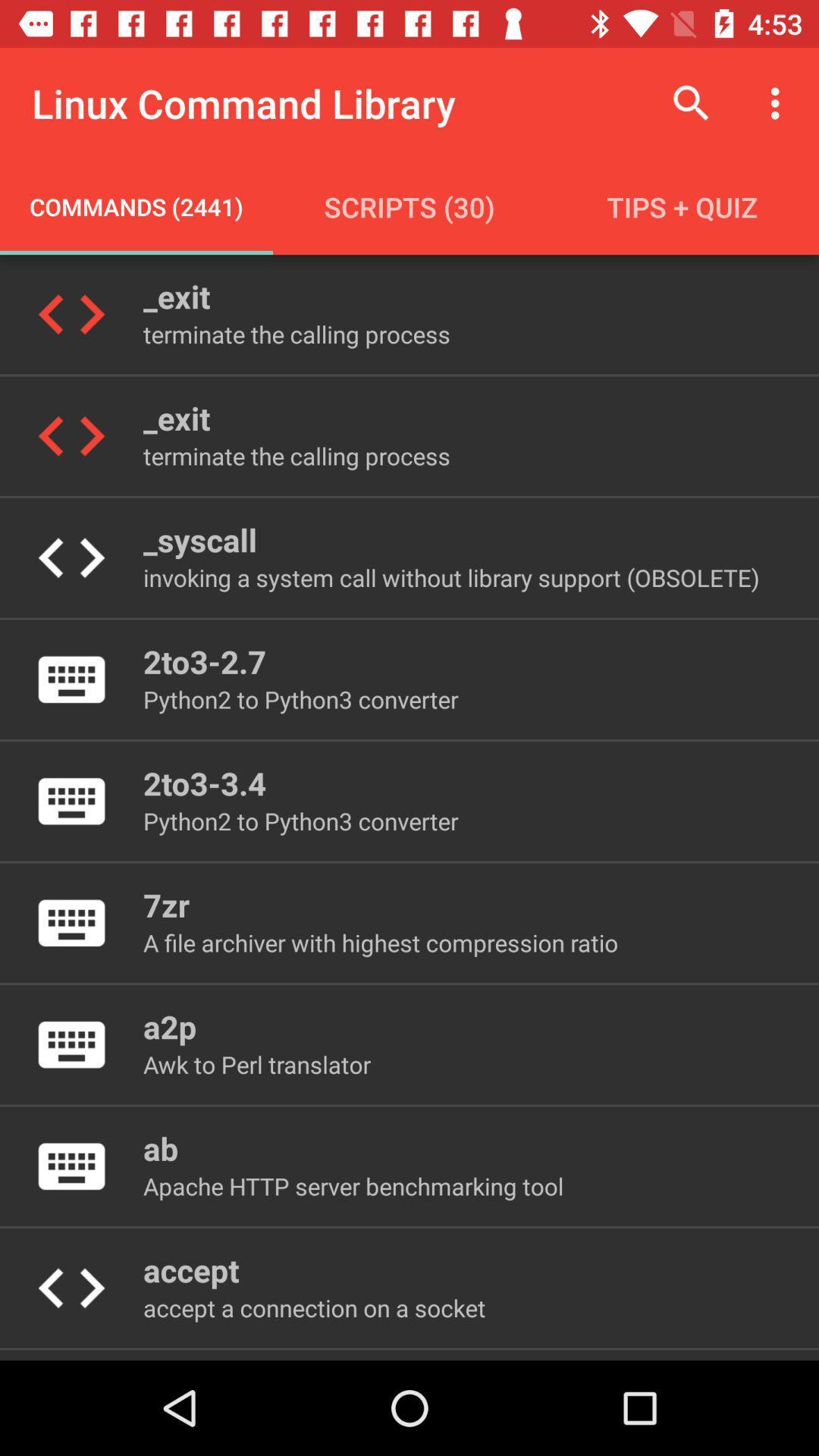 This screenshot has height=1456, width=819. I want to click on the item above 2to3-2.7 icon, so click(450, 576).